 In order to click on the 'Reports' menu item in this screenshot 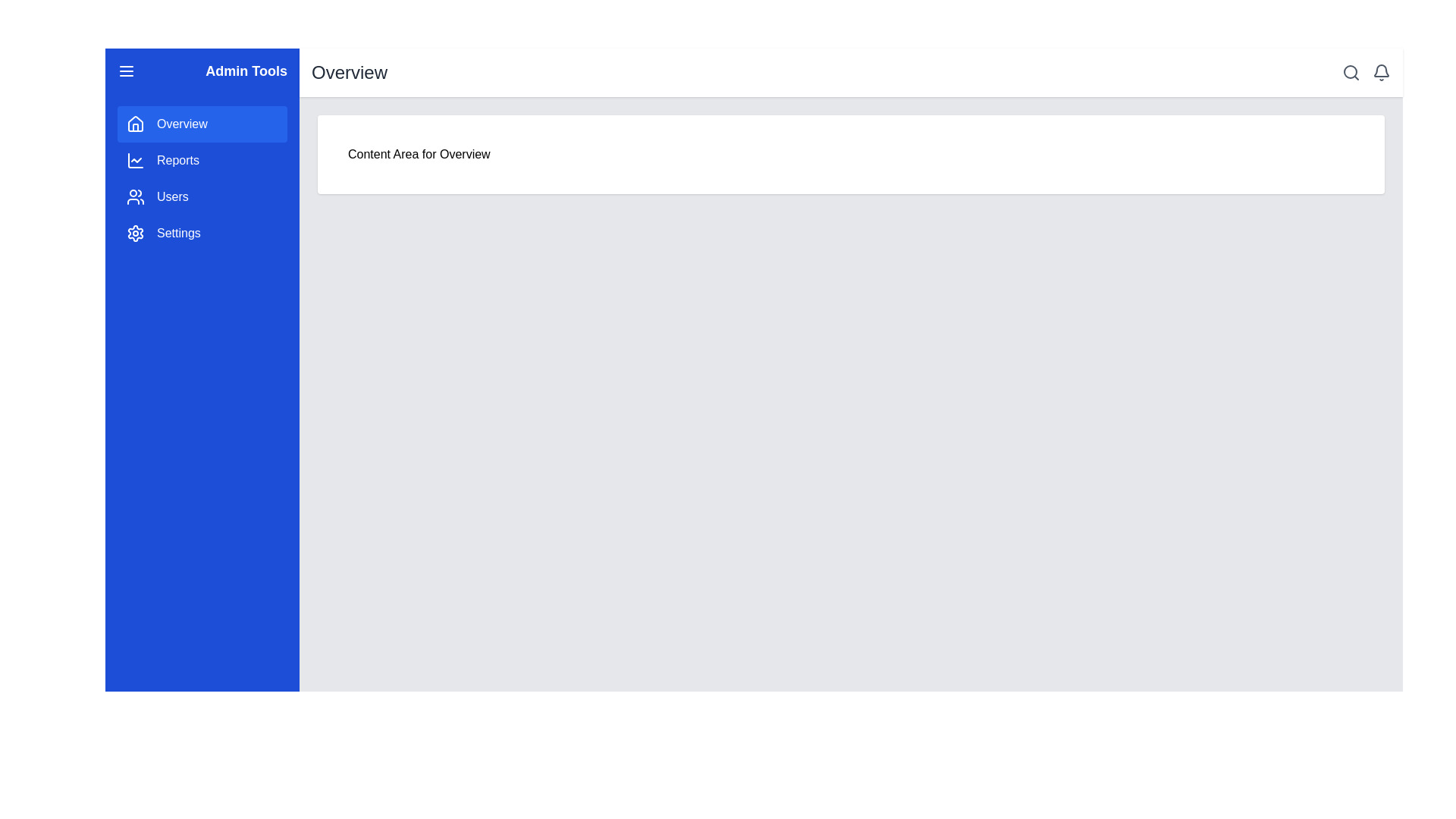, I will do `click(178, 161)`.